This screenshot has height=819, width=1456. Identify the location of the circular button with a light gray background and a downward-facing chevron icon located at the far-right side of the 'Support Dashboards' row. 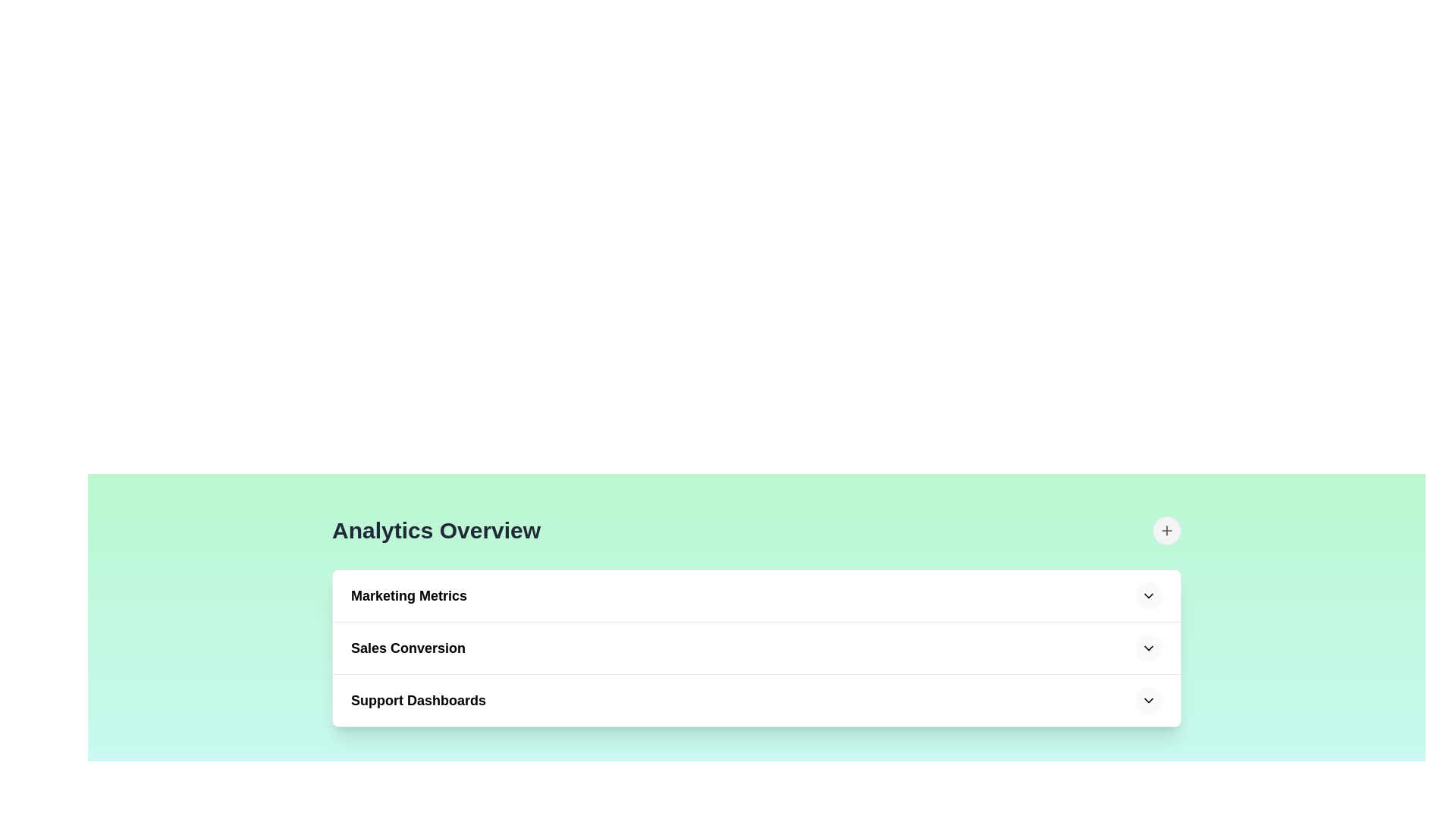
(1149, 701).